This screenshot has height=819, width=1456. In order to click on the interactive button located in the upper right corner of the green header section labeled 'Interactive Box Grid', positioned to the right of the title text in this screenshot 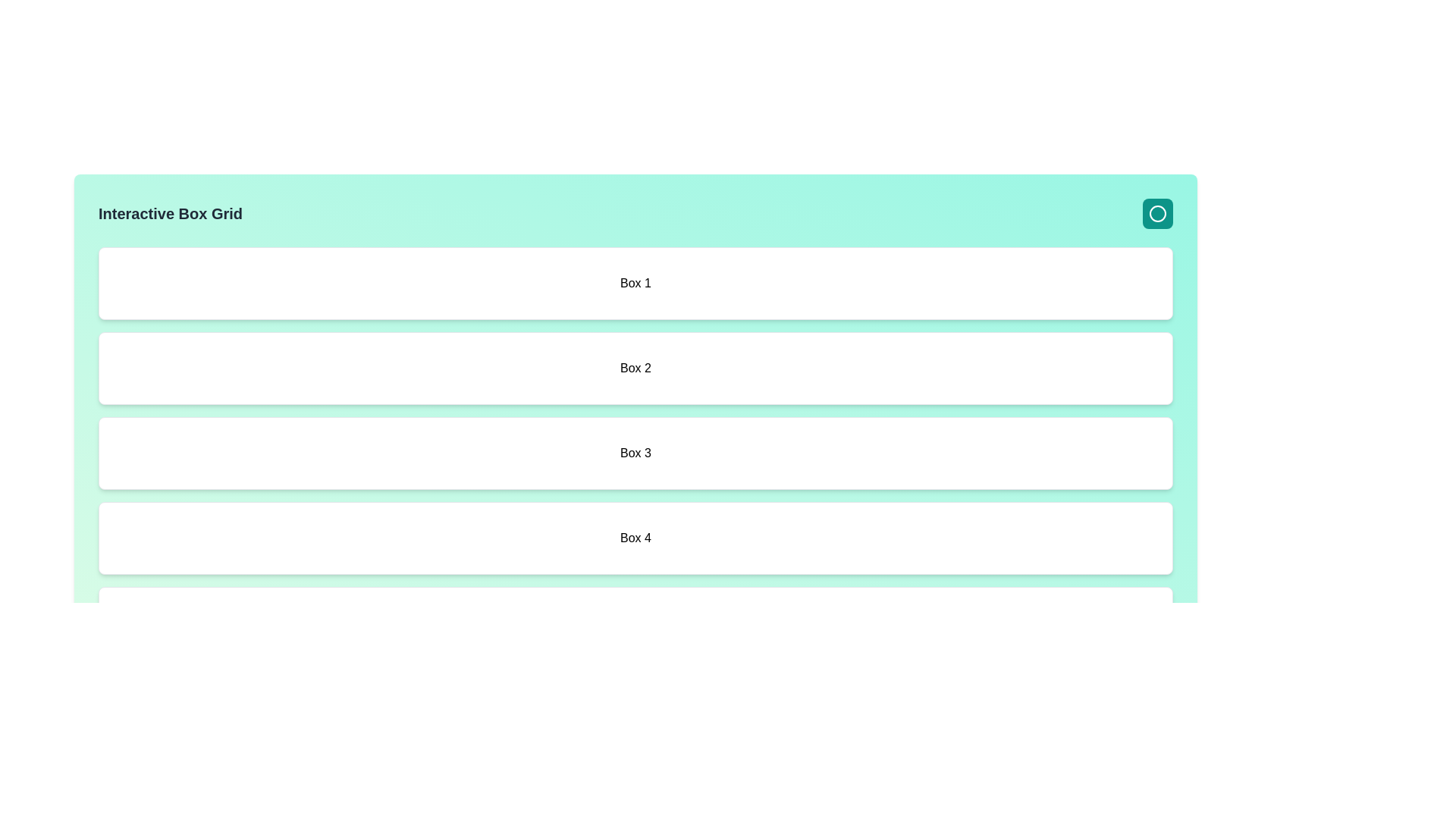, I will do `click(1156, 213)`.